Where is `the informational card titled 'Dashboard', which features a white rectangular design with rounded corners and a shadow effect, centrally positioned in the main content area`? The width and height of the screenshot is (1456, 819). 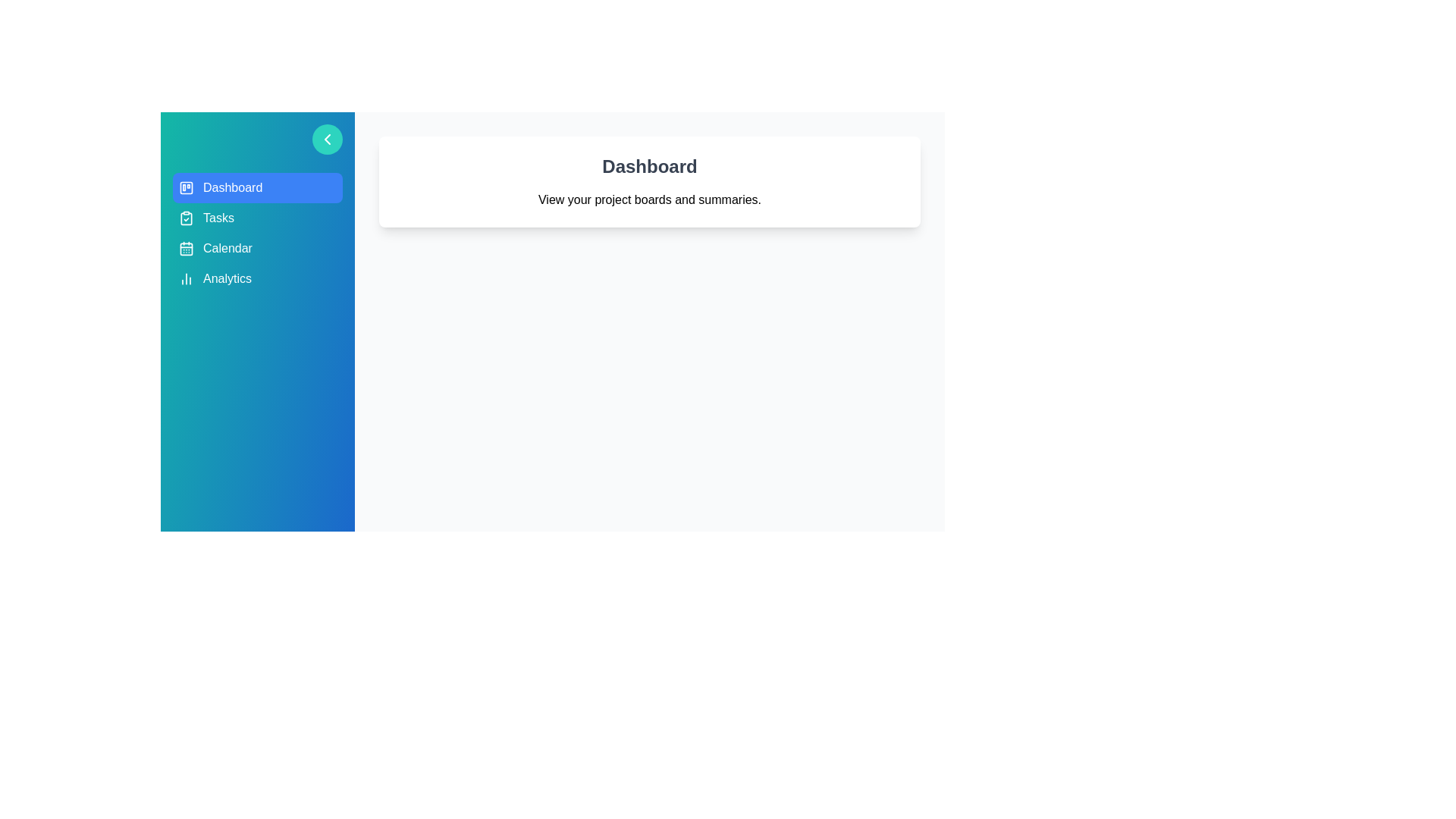 the informational card titled 'Dashboard', which features a white rectangular design with rounded corners and a shadow effect, centrally positioned in the main content area is located at coordinates (650, 180).